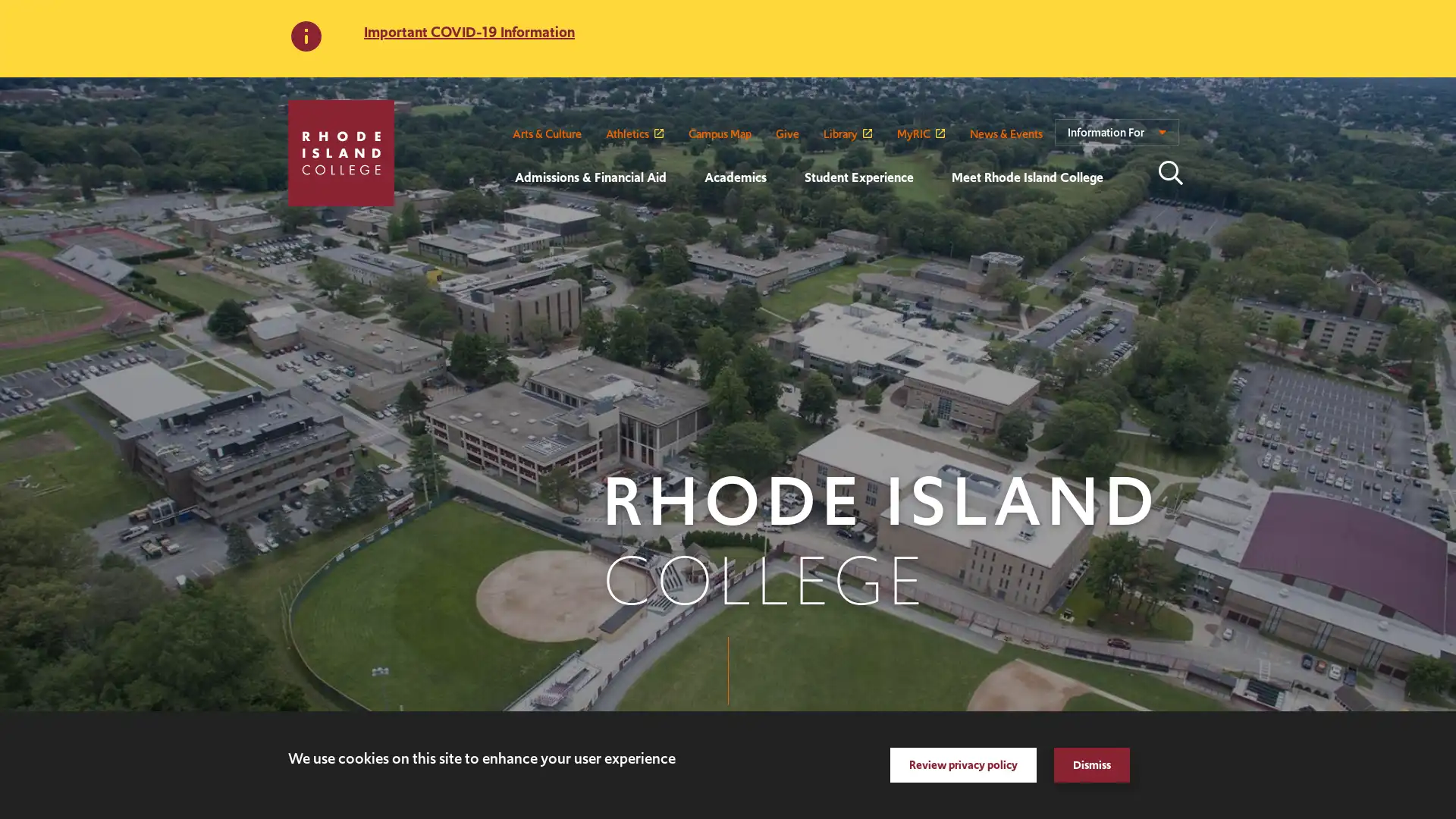 The width and height of the screenshot is (1456, 819). What do you see at coordinates (1117, 138) in the screenshot?
I see `Open the Information For menu` at bounding box center [1117, 138].